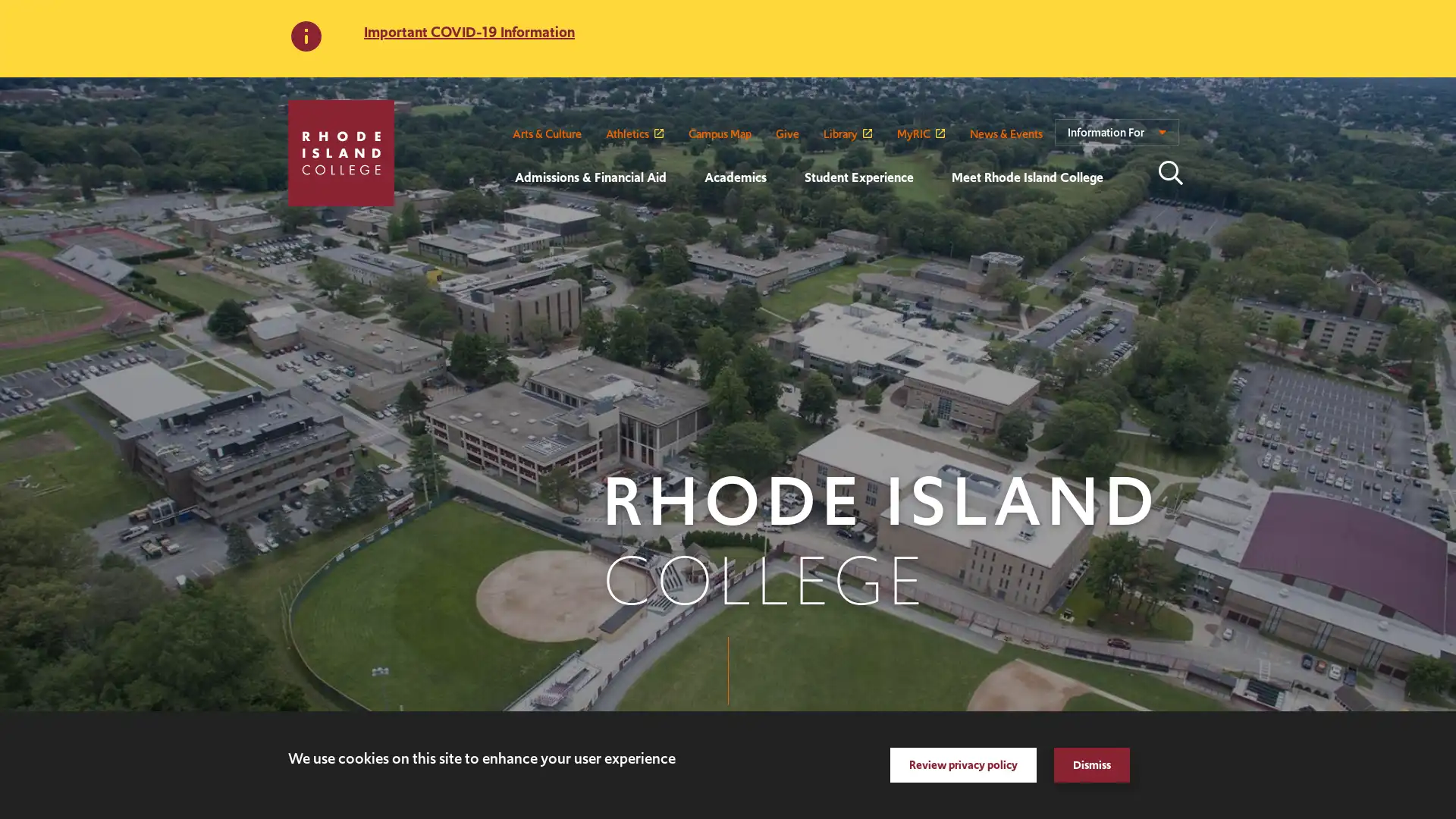 The width and height of the screenshot is (1456, 819). What do you see at coordinates (1117, 138) in the screenshot?
I see `Open the Information For menu` at bounding box center [1117, 138].